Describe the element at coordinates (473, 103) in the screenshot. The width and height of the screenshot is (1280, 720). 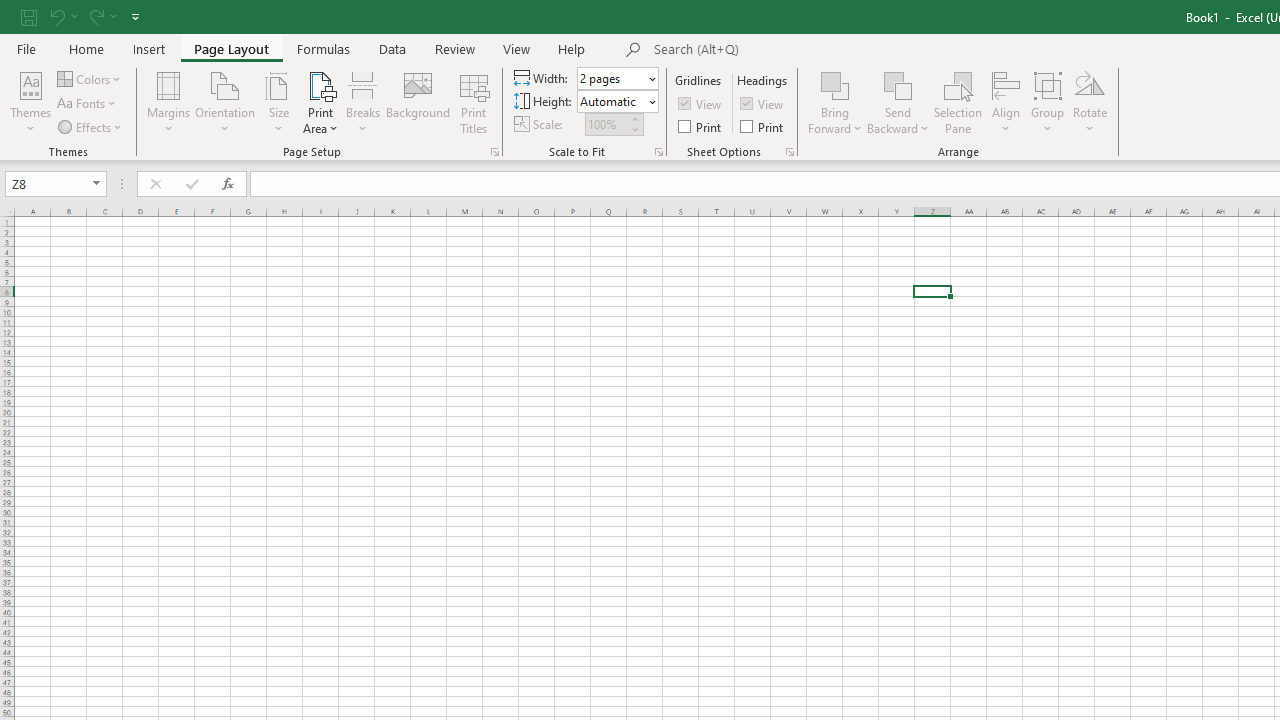
I see `'Print Titles'` at that location.